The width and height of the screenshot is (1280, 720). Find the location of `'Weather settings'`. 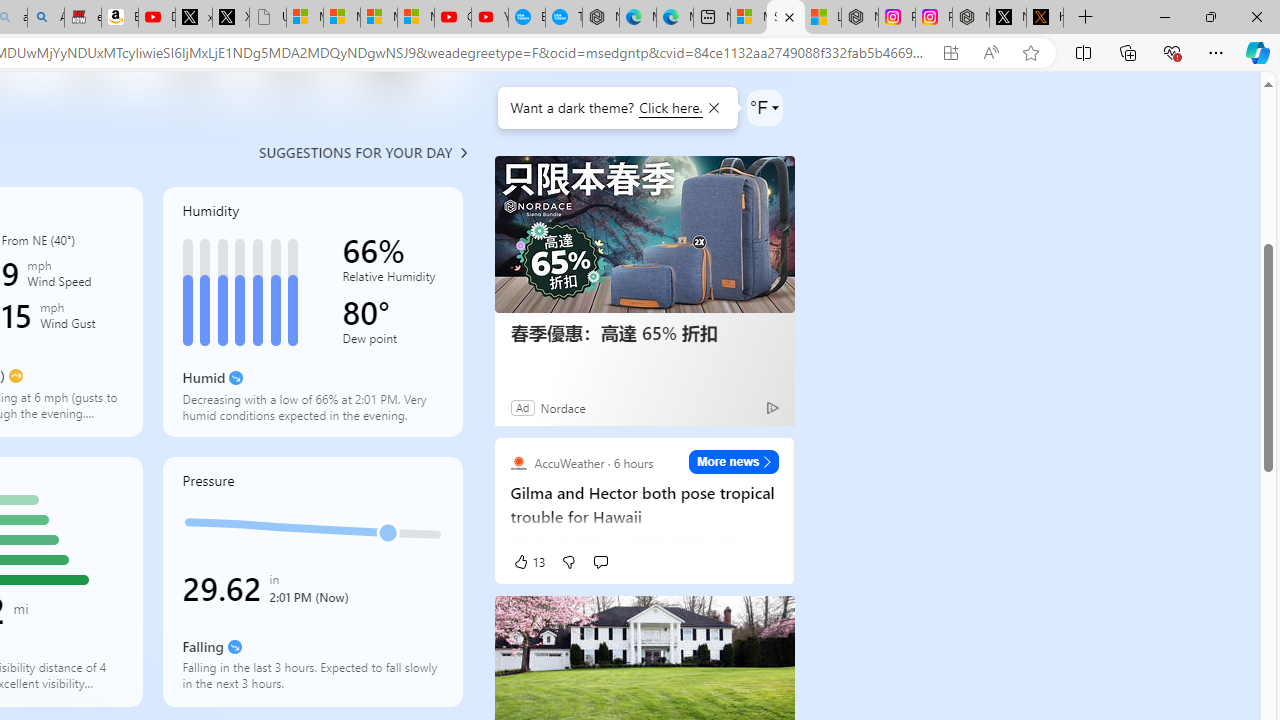

'Weather settings' is located at coordinates (763, 108).